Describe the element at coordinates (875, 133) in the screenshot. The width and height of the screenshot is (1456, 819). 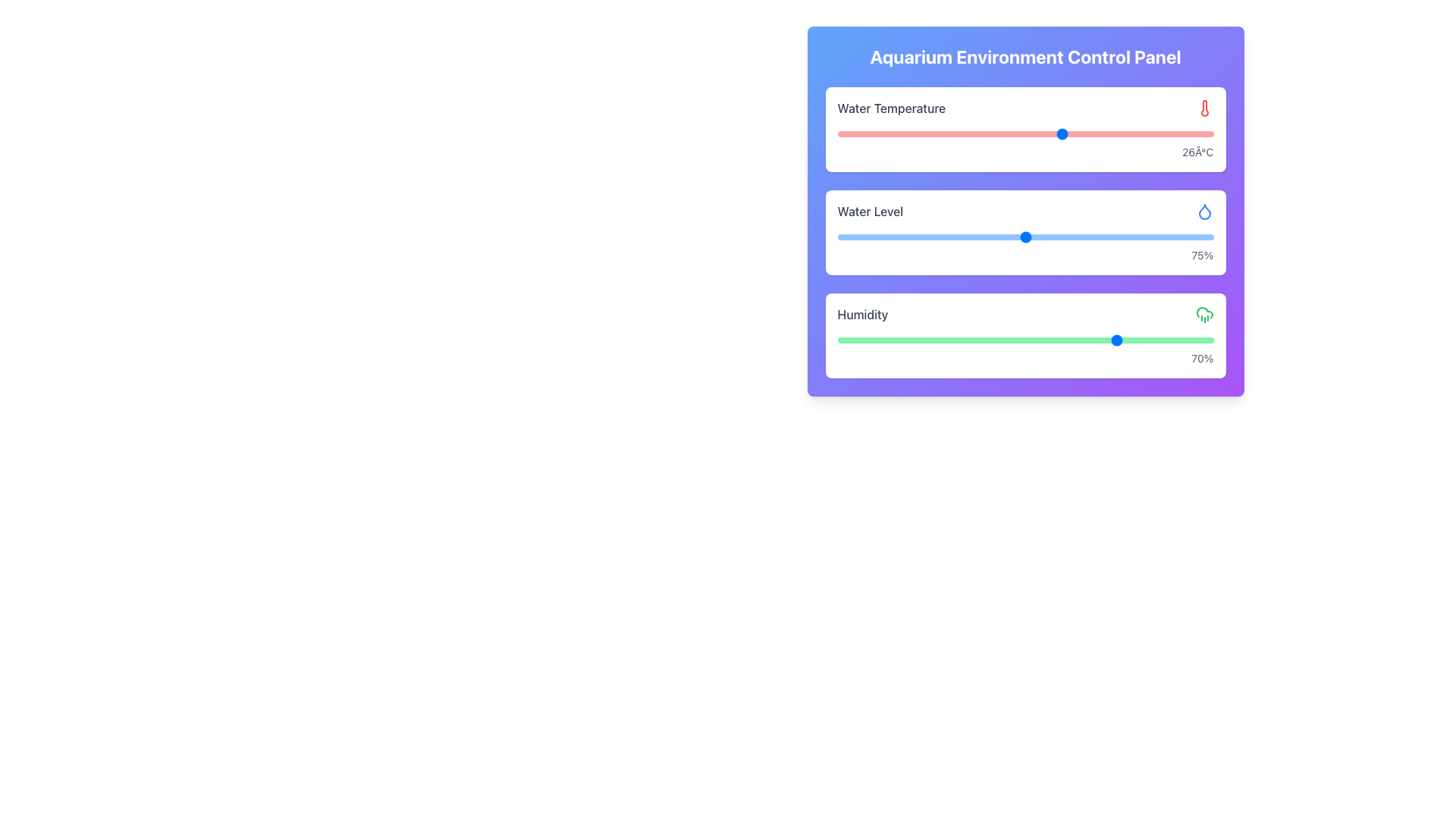
I see `temperature` at that location.